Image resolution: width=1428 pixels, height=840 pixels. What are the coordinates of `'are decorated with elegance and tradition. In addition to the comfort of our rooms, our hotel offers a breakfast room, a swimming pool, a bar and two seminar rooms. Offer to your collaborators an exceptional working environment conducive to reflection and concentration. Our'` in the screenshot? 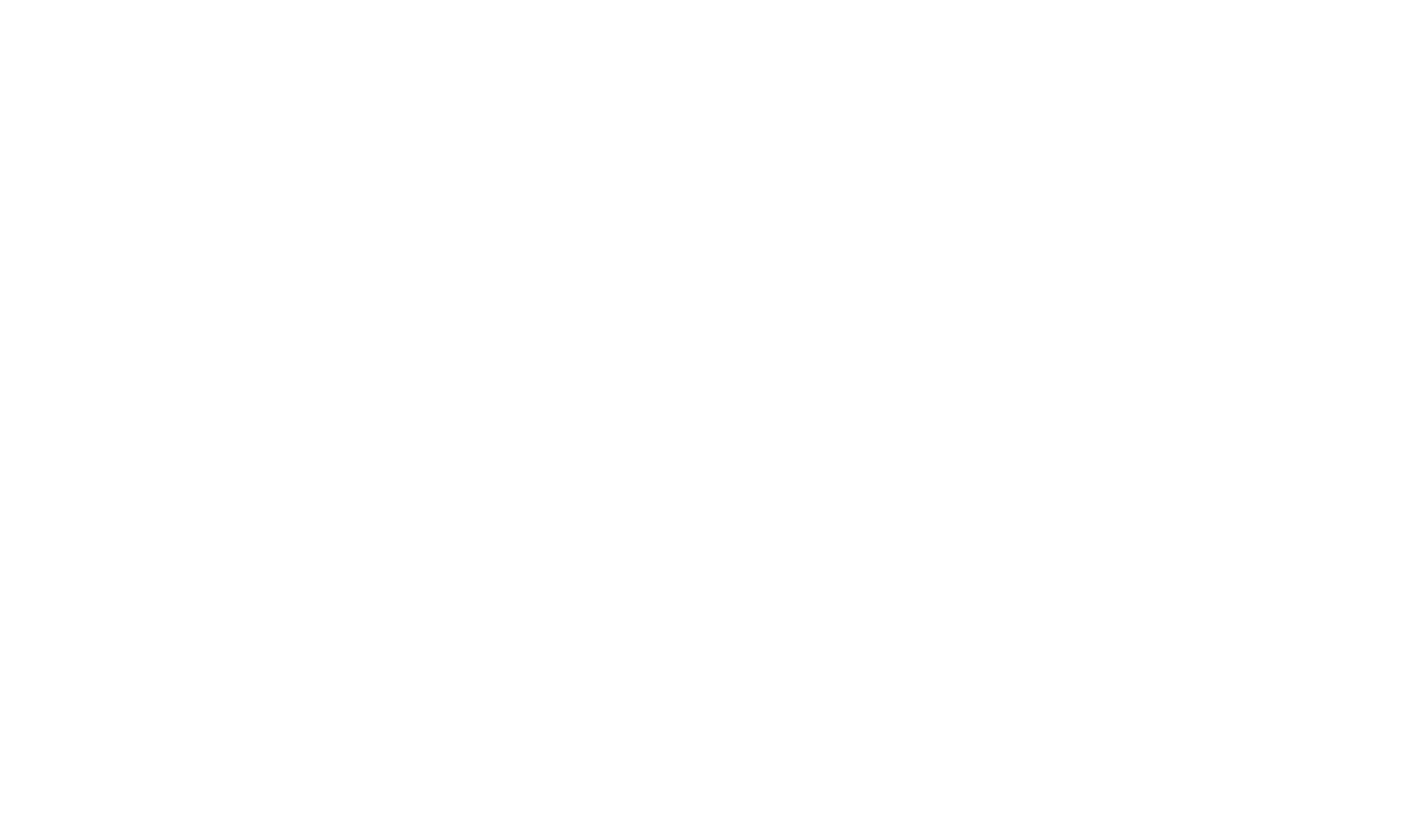 It's located at (714, 728).